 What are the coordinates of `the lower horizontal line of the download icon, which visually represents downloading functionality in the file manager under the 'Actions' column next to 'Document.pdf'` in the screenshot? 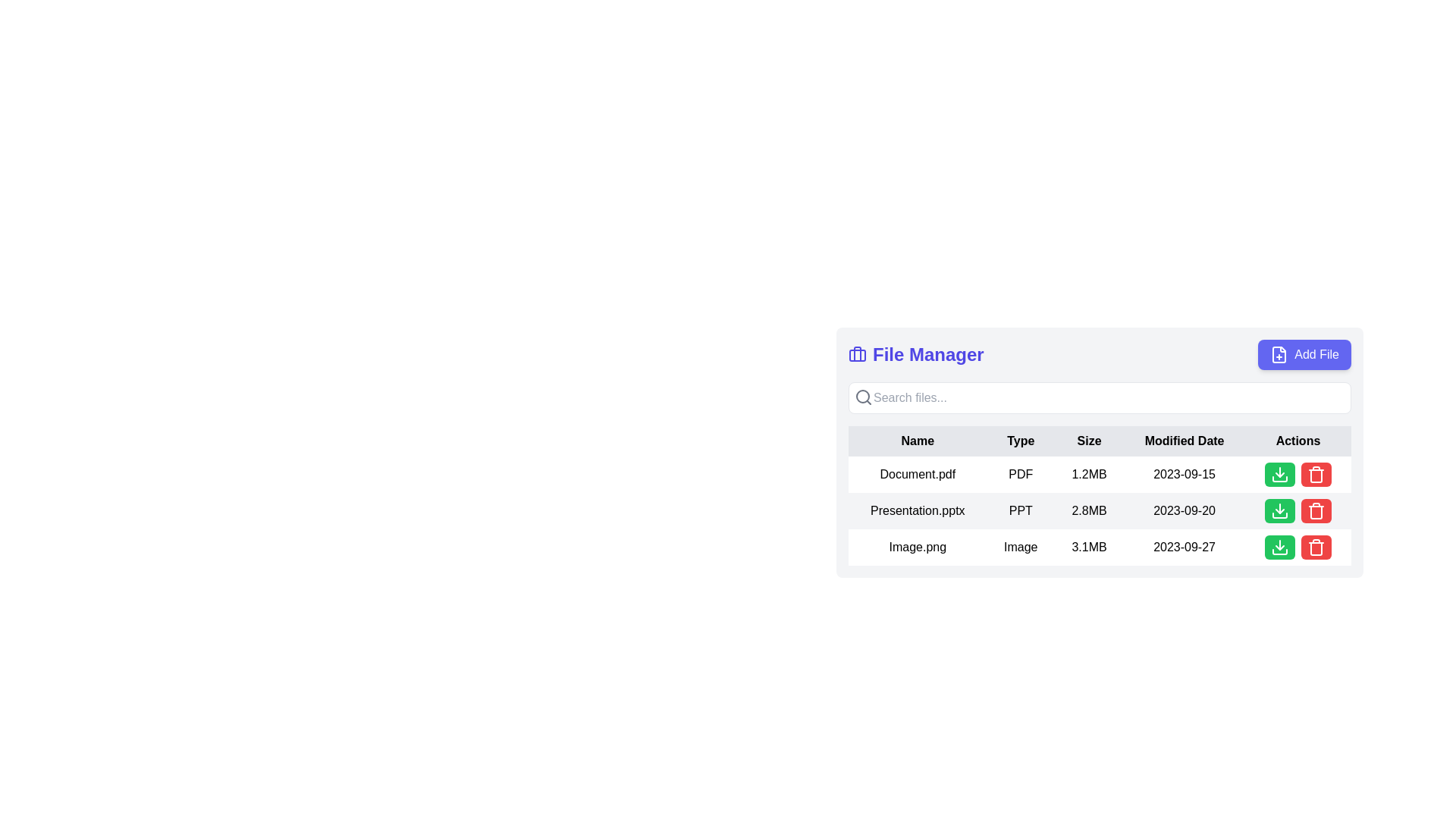 It's located at (1279, 479).